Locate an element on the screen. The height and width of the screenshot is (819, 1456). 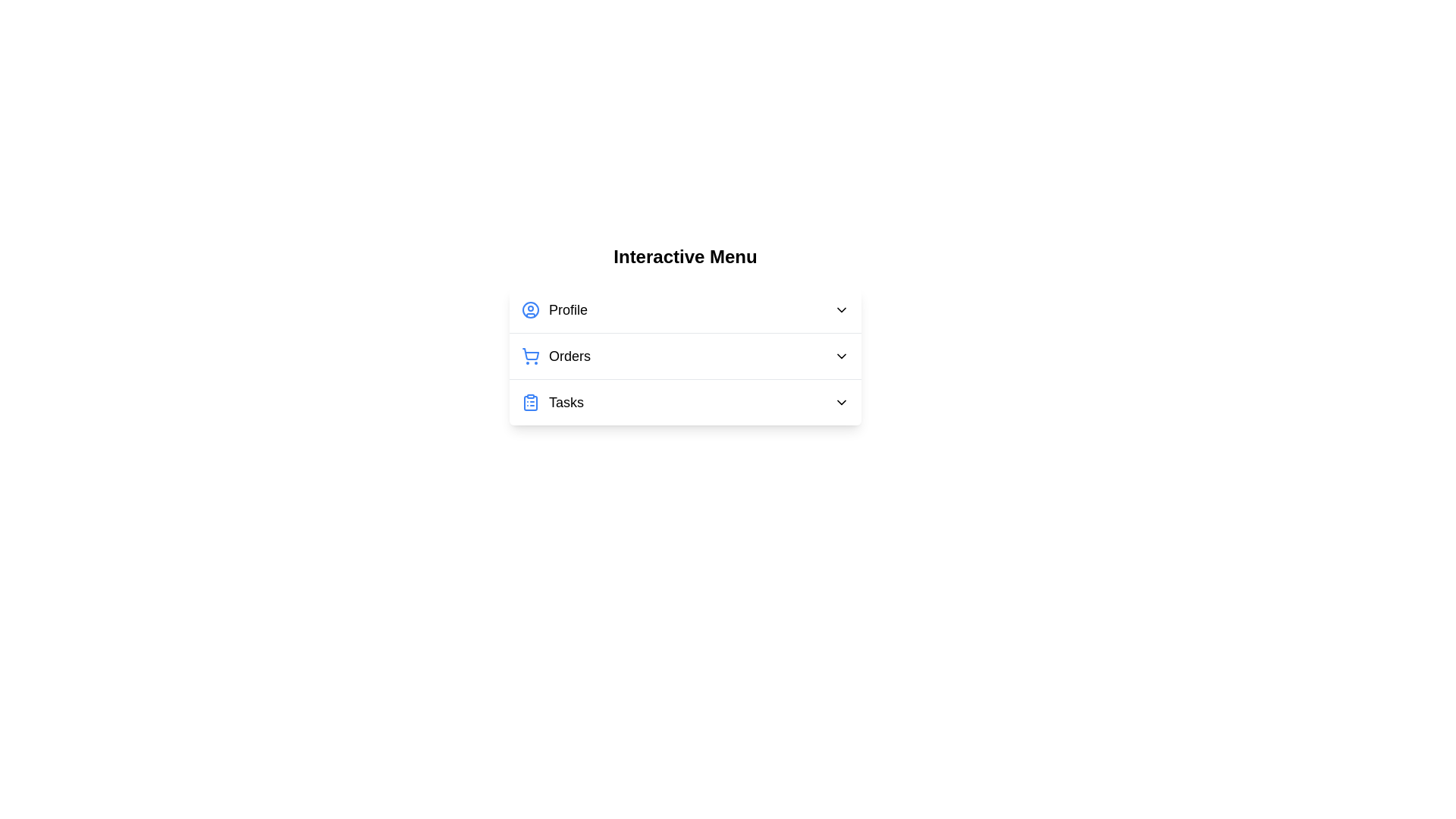
the 'Tasks' menu item, which consists of a blue clipboard icon and black text, located in the third row of the vertical menu list is located at coordinates (552, 402).